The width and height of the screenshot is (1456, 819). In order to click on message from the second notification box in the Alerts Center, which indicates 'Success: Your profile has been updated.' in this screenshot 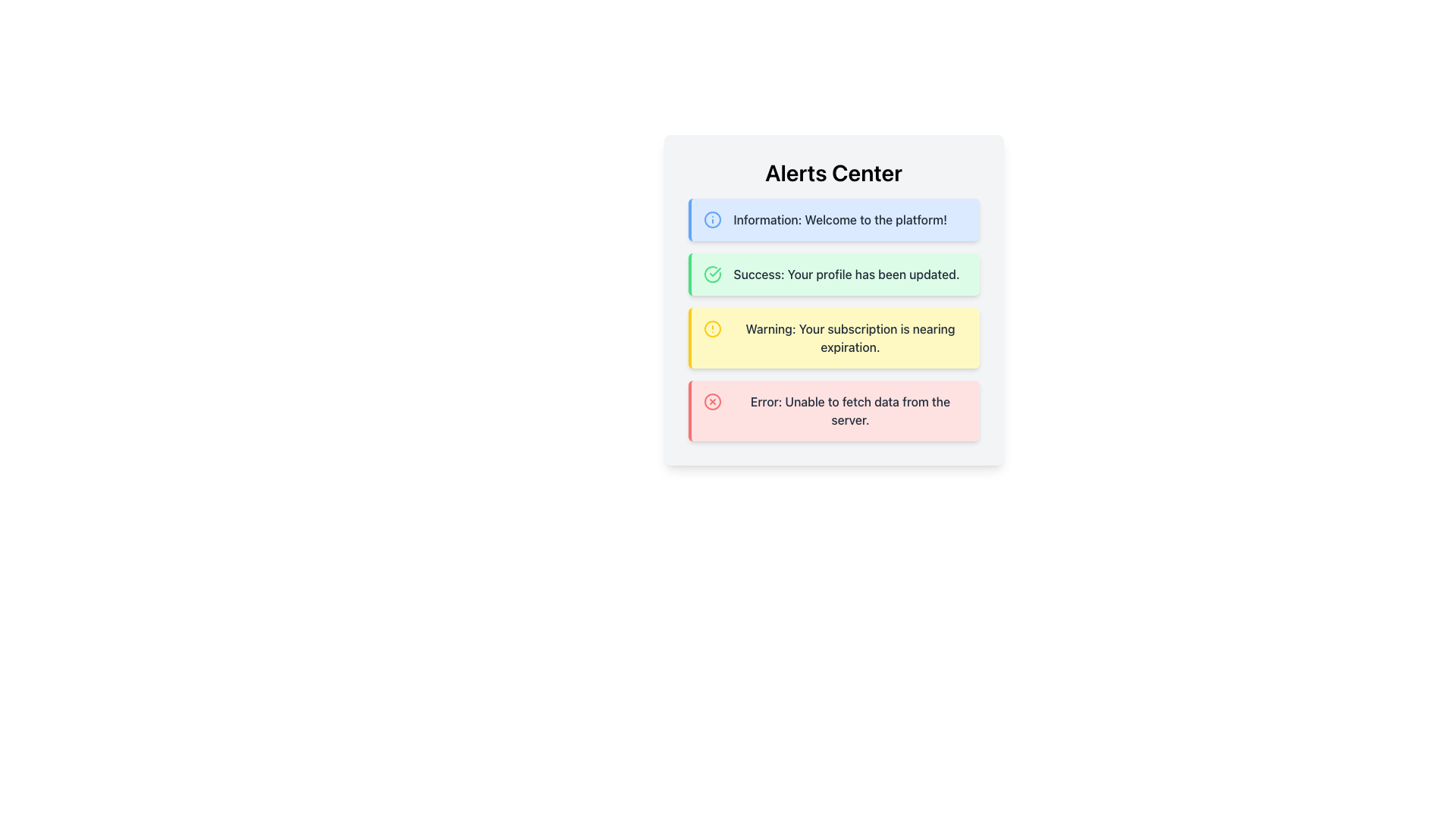, I will do `click(833, 275)`.